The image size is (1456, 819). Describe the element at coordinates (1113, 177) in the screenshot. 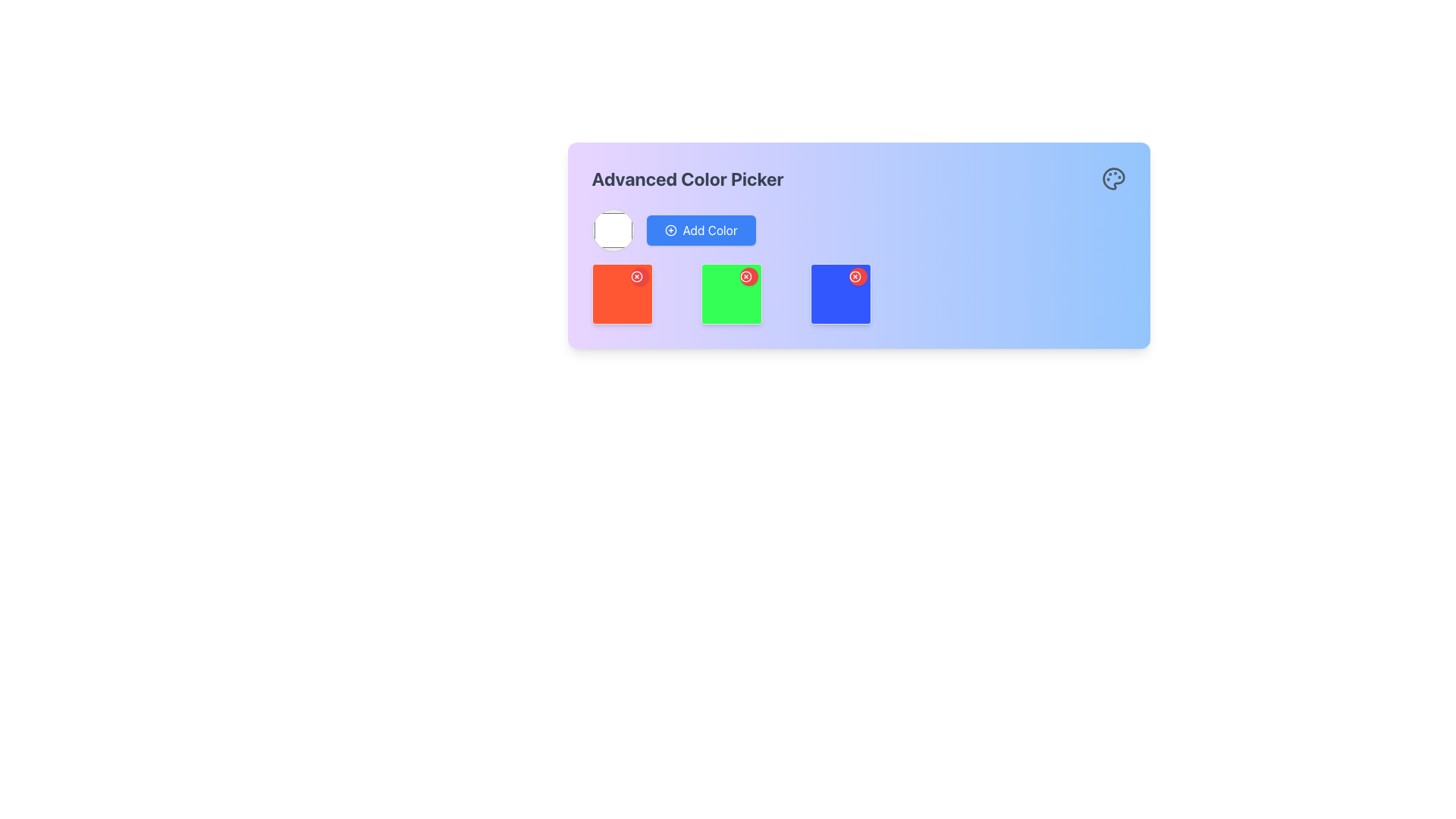

I see `the painter's palette icon located in the top right corner of the interface, which is part of the color picker tool group` at that location.